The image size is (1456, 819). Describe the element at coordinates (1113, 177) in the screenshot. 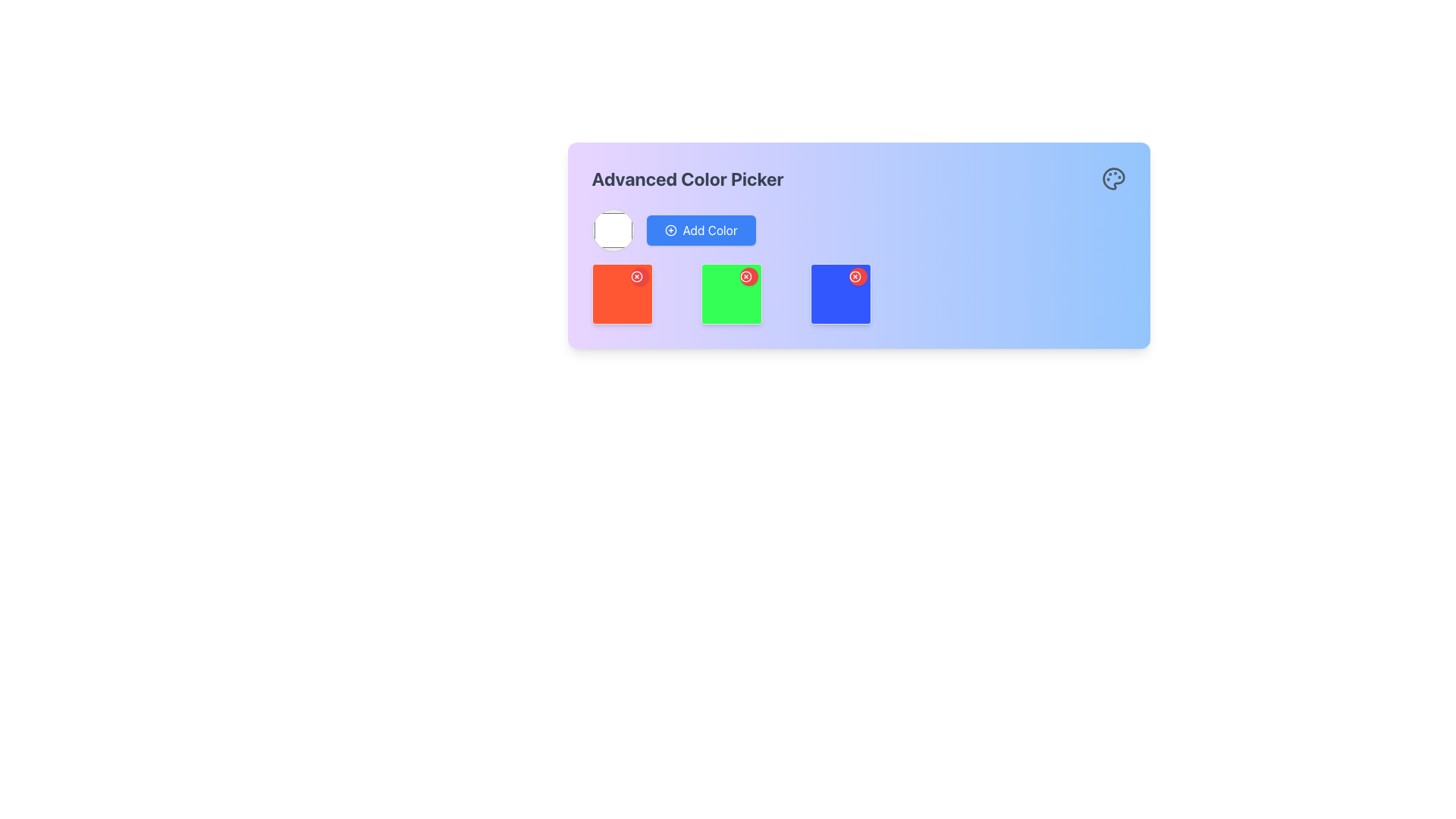

I see `the painter's palette icon located in the top right corner of the interface, which is part of the color picker tool group` at that location.